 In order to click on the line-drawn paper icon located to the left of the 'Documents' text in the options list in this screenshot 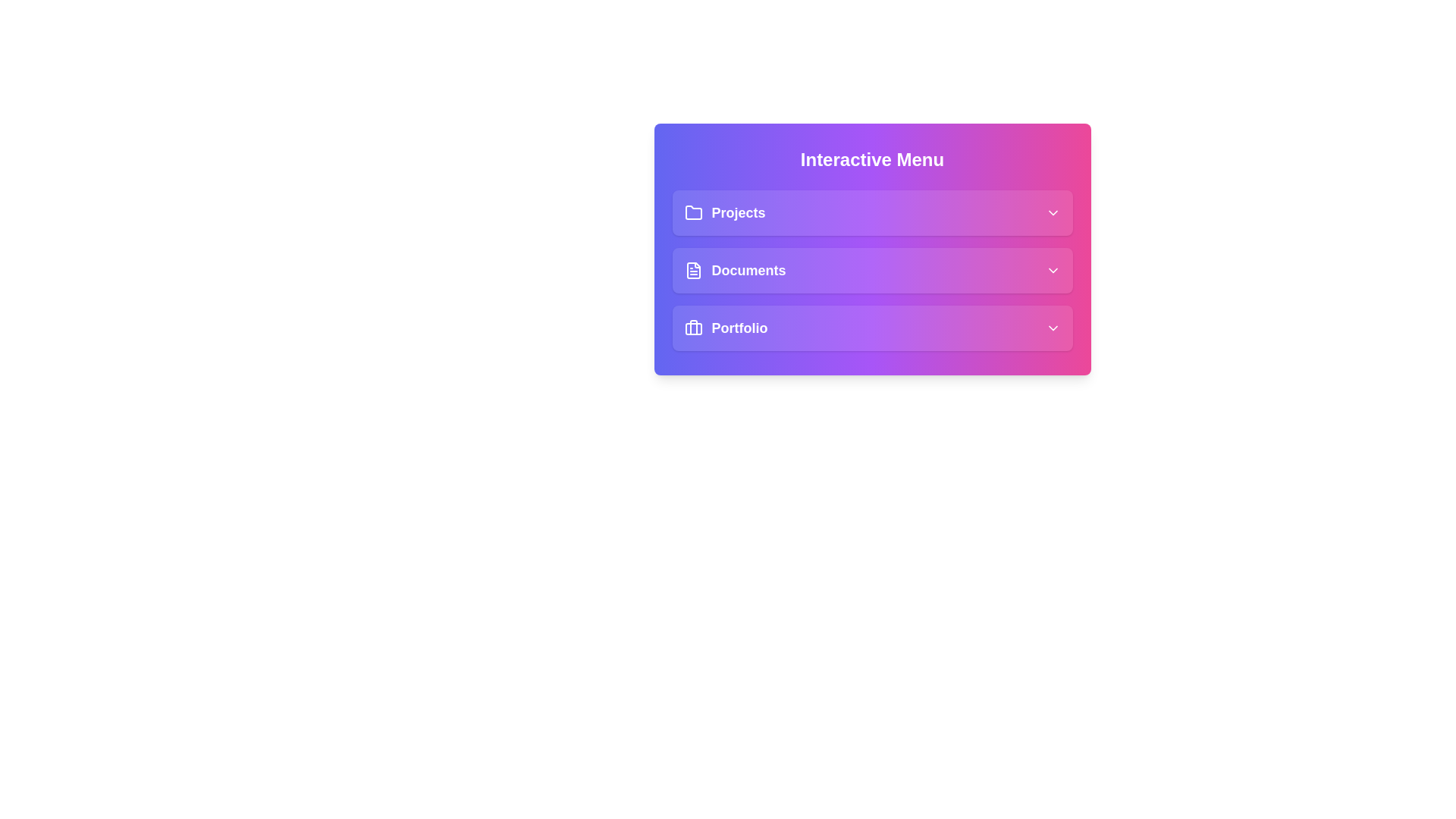, I will do `click(692, 270)`.